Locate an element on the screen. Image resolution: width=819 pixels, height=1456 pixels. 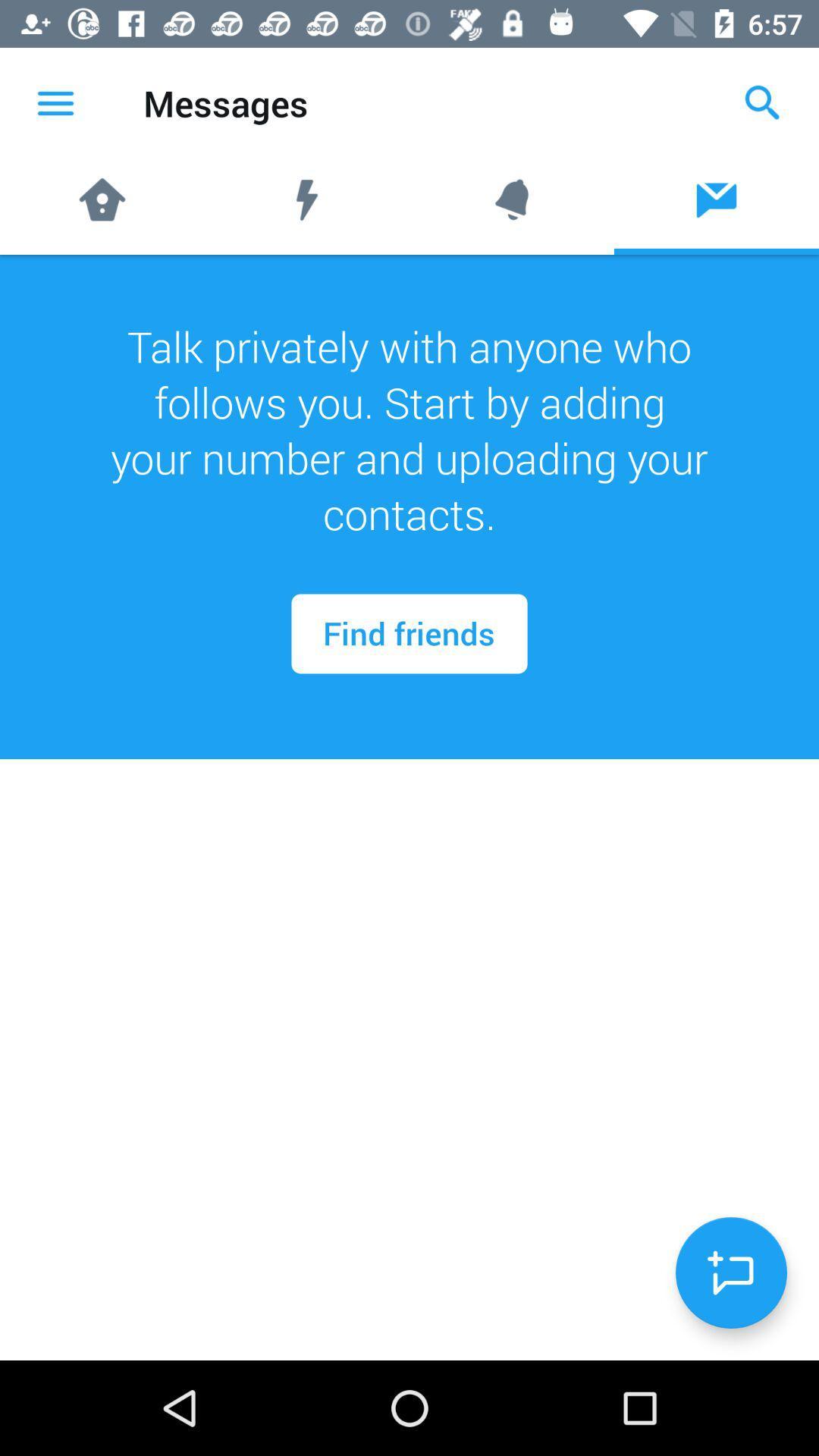
the find friends at the center is located at coordinates (409, 633).